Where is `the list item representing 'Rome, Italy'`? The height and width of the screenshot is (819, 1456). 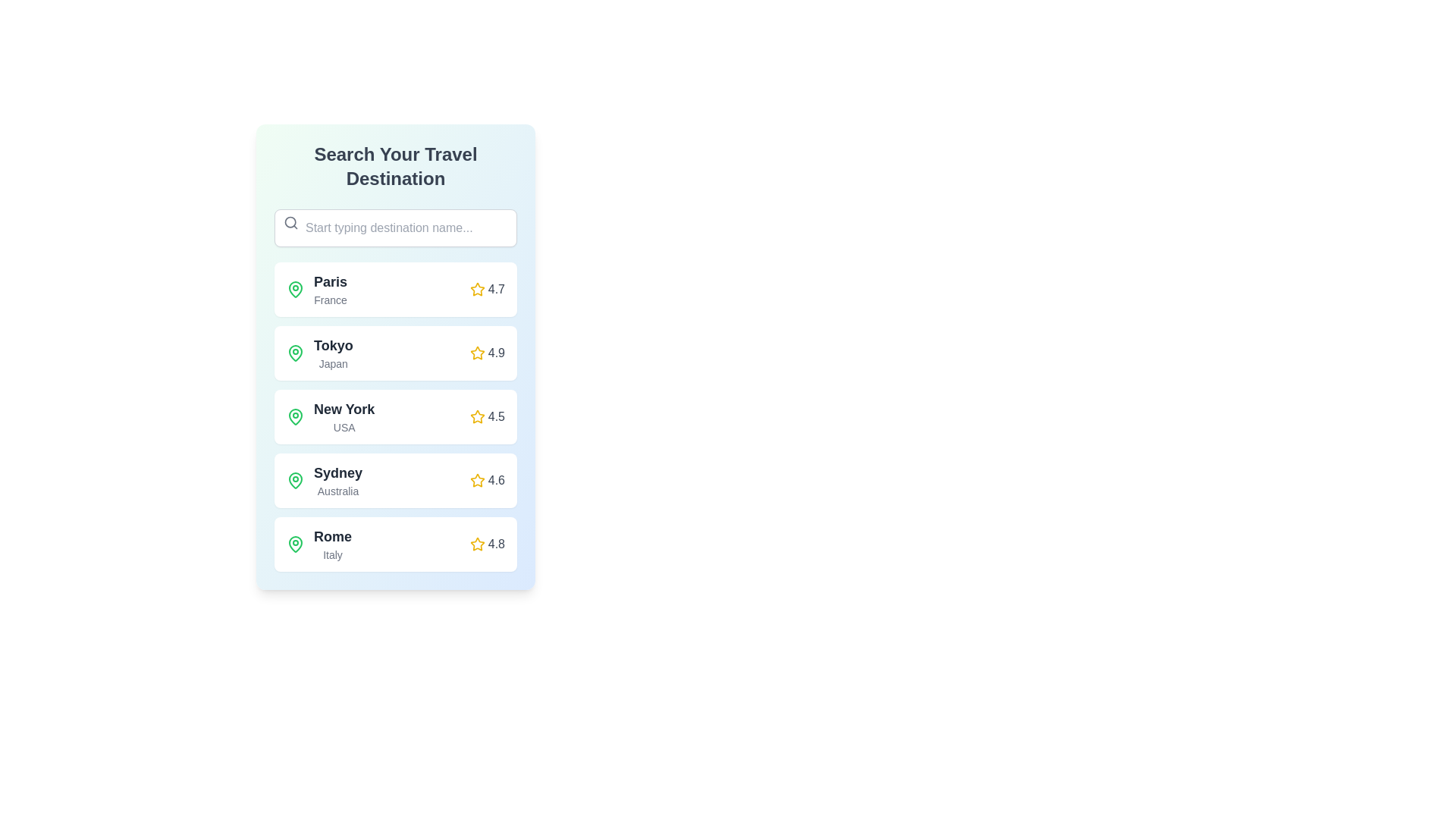
the list item representing 'Rome, Italy' is located at coordinates (318, 543).